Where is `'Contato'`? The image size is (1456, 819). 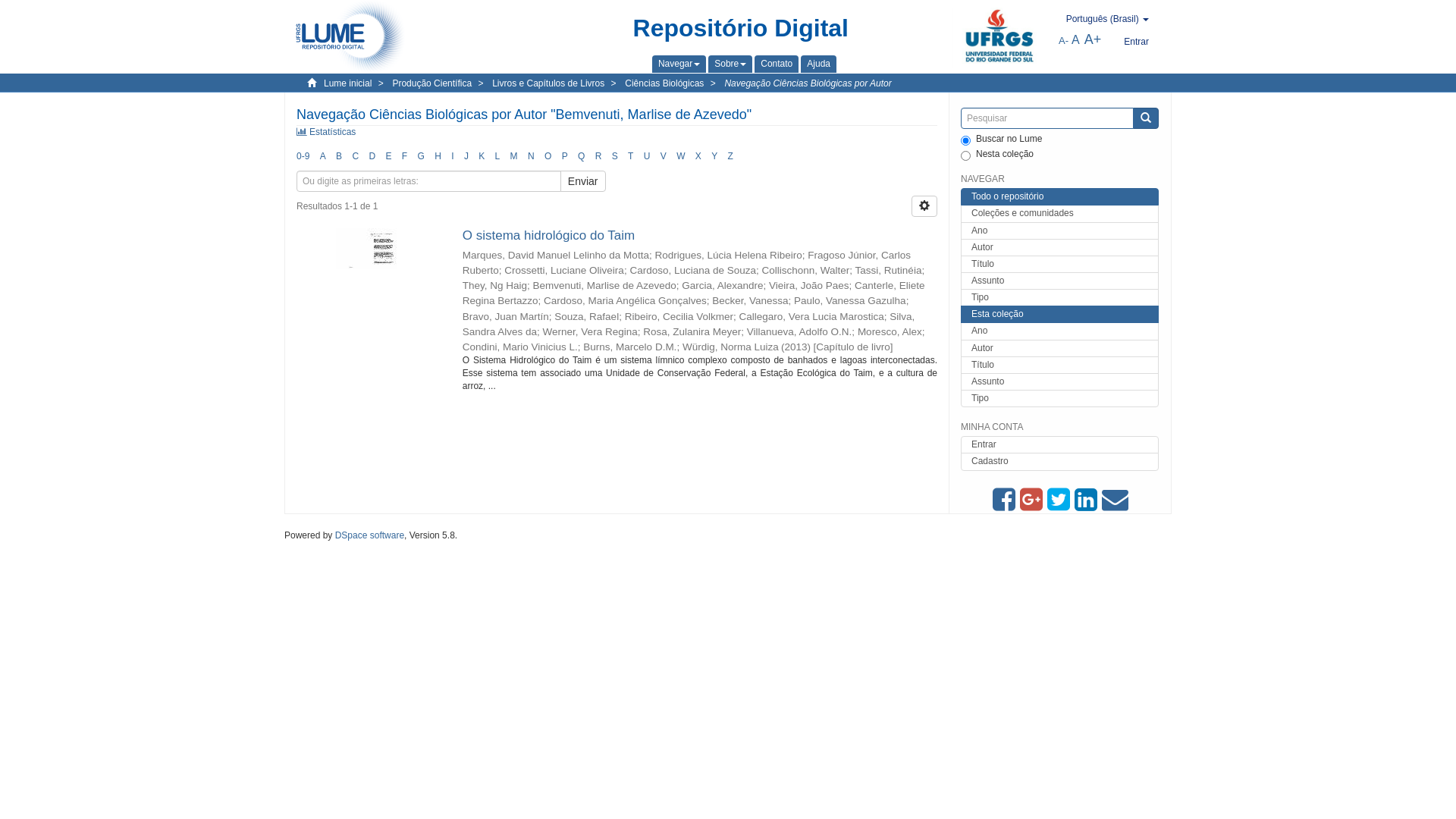 'Contato' is located at coordinates (761, 63).